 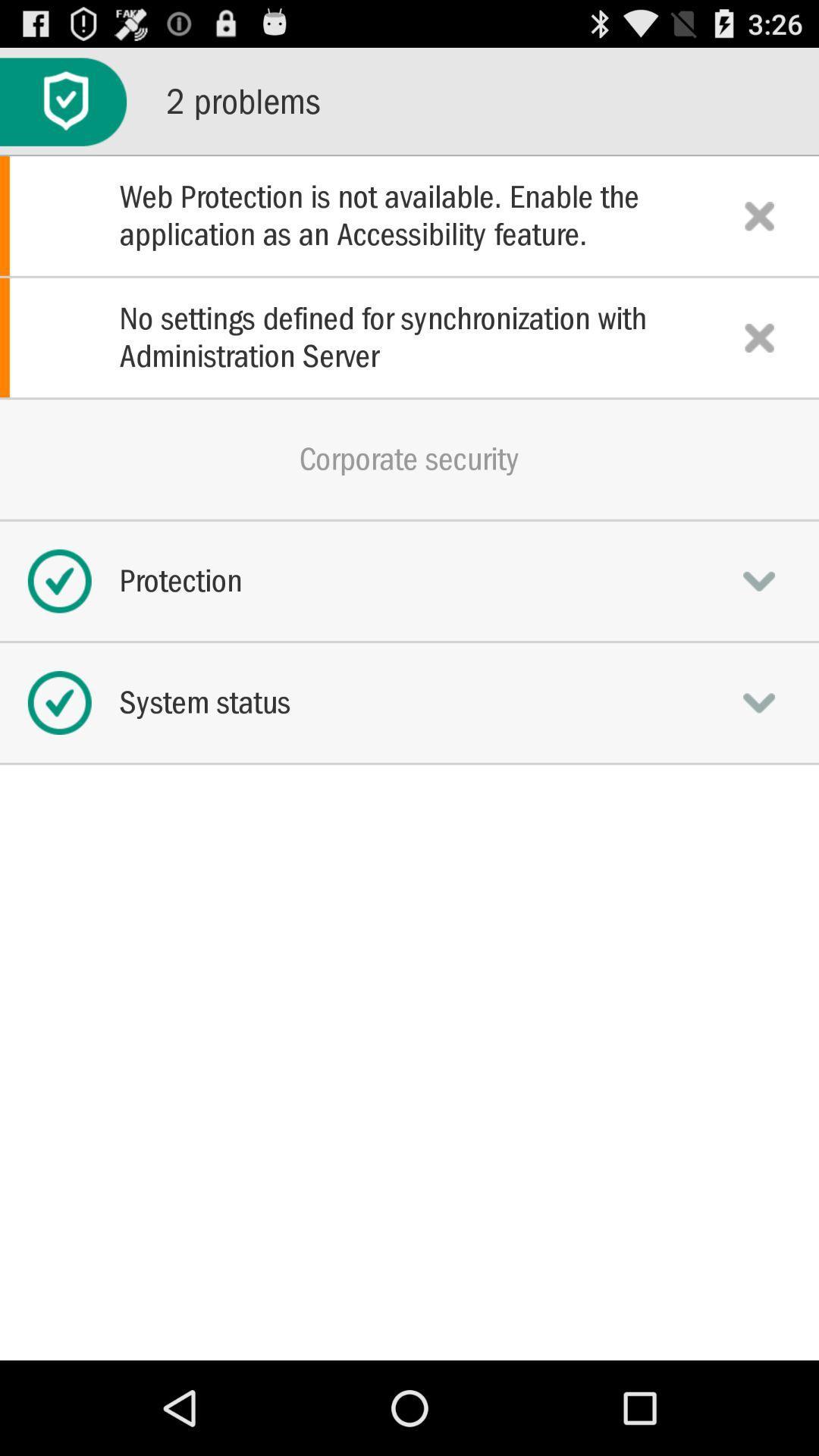 What do you see at coordinates (759, 337) in the screenshot?
I see `problem` at bounding box center [759, 337].